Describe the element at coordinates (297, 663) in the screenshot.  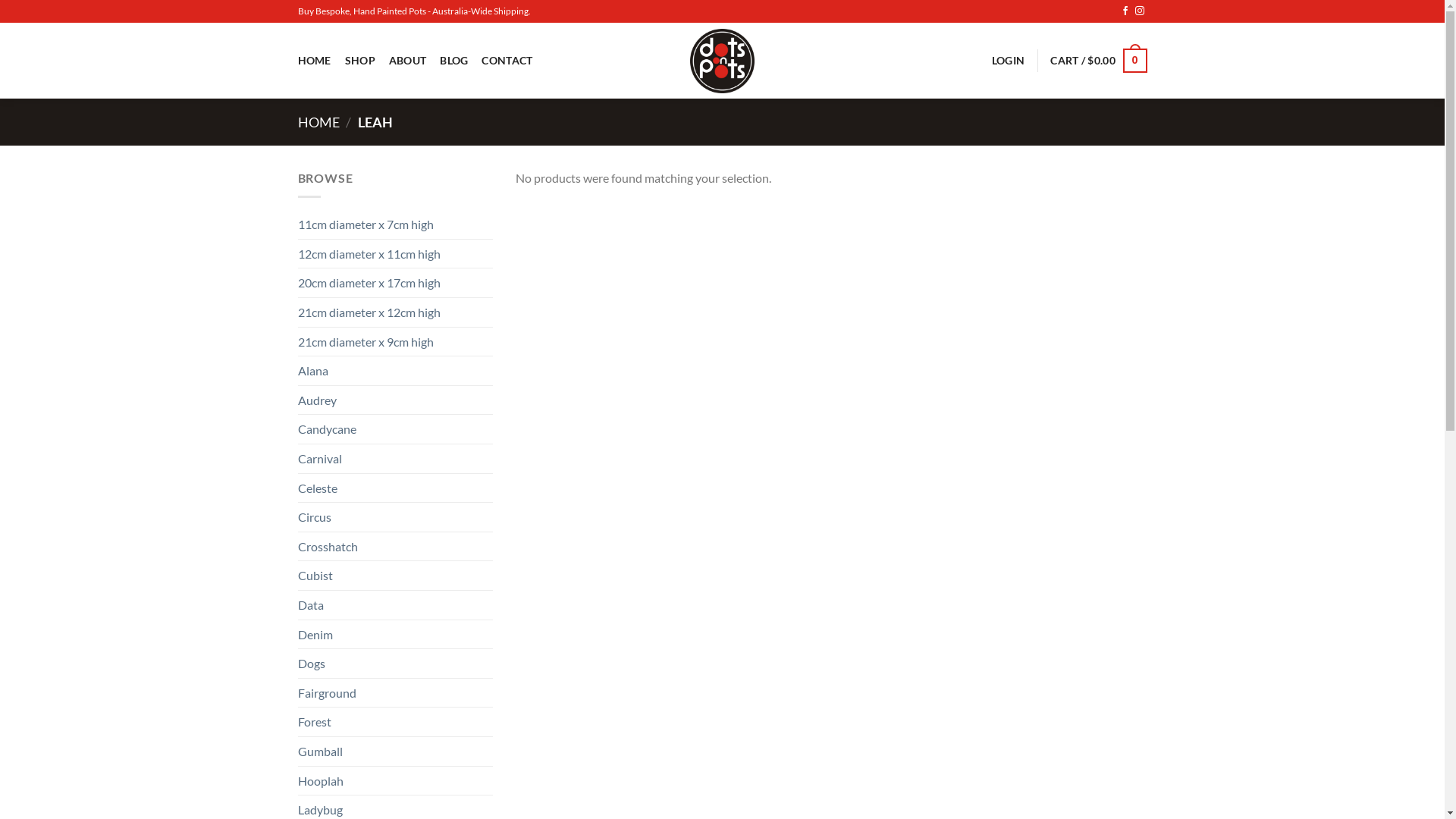
I see `'Dogs'` at that location.